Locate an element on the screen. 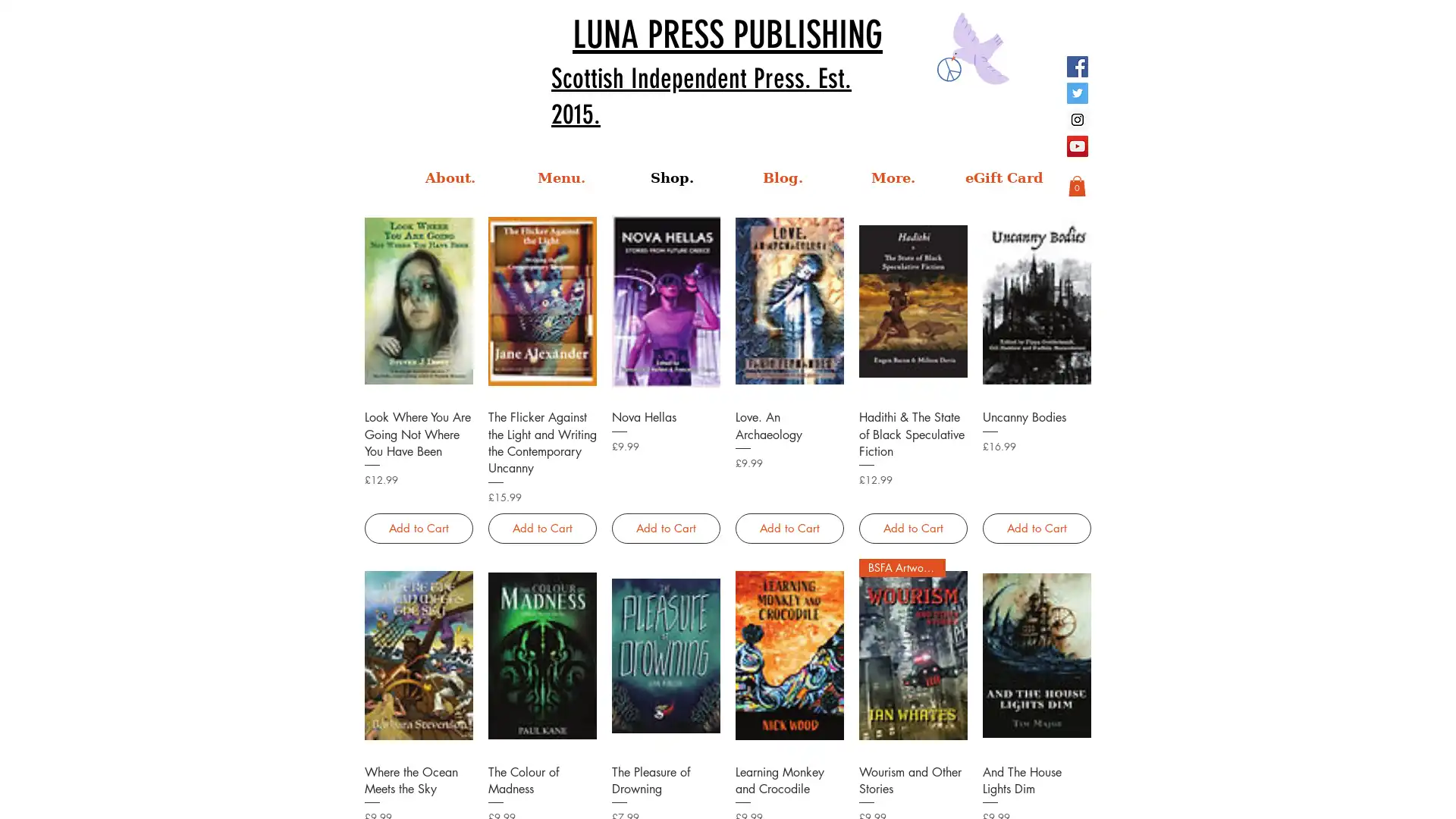  Quick View is located at coordinates (541, 770).